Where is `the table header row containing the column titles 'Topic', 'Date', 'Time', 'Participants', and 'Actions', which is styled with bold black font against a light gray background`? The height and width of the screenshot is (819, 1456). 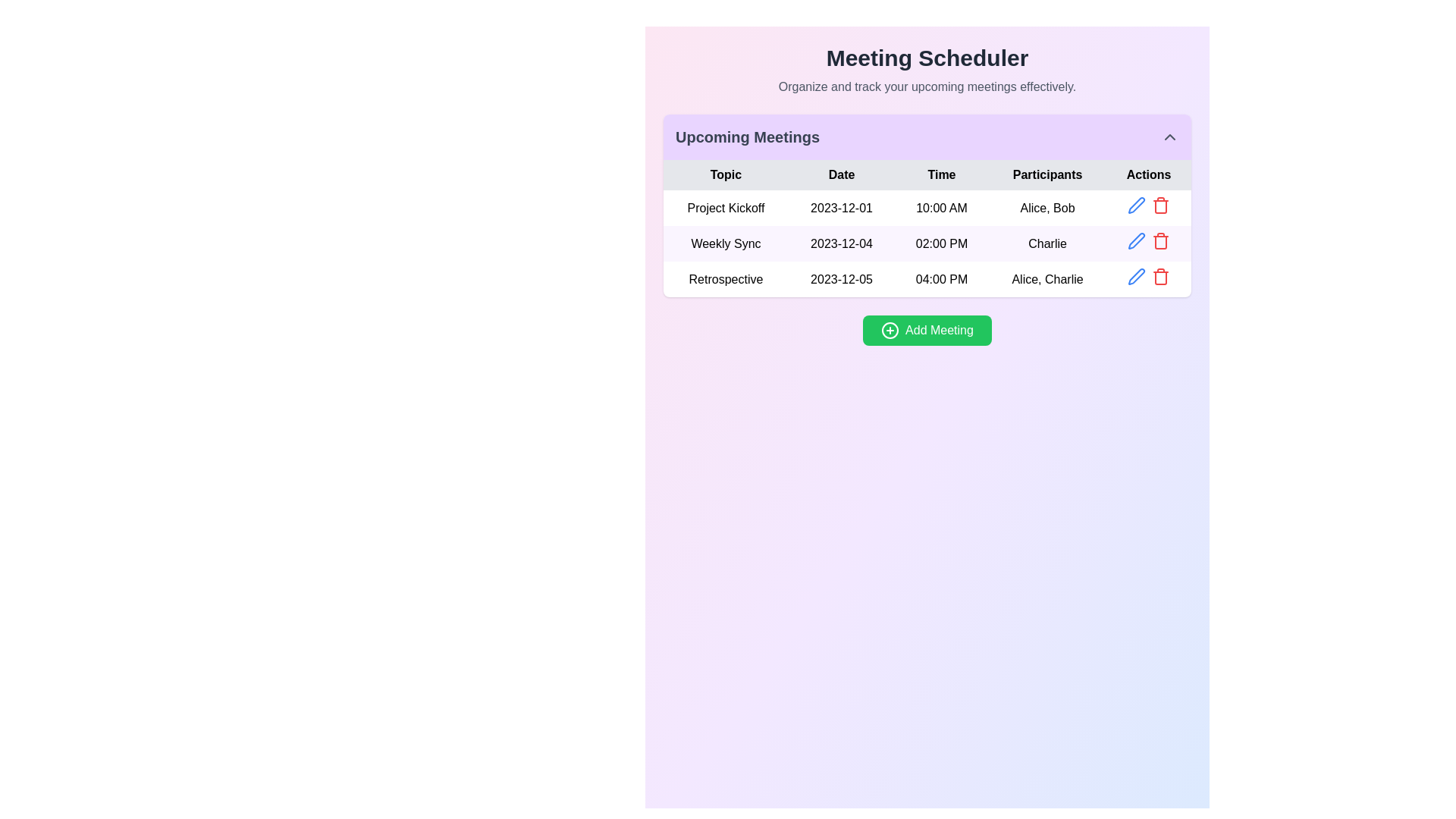 the table header row containing the column titles 'Topic', 'Date', 'Time', 'Participants', and 'Actions', which is styled with bold black font against a light gray background is located at coordinates (927, 174).